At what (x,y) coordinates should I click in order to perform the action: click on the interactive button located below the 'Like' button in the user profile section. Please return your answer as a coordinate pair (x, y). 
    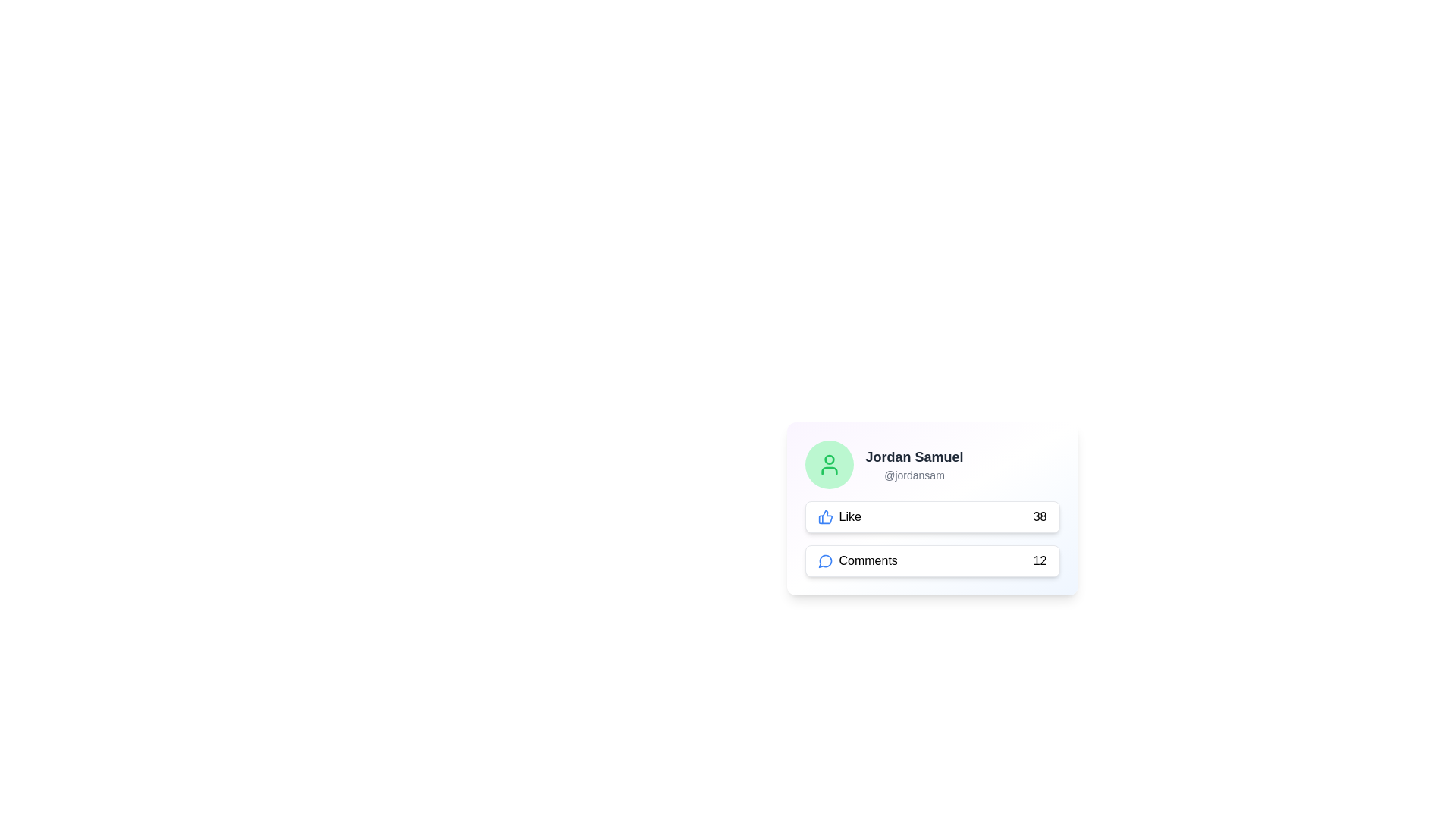
    Looking at the image, I should click on (931, 561).